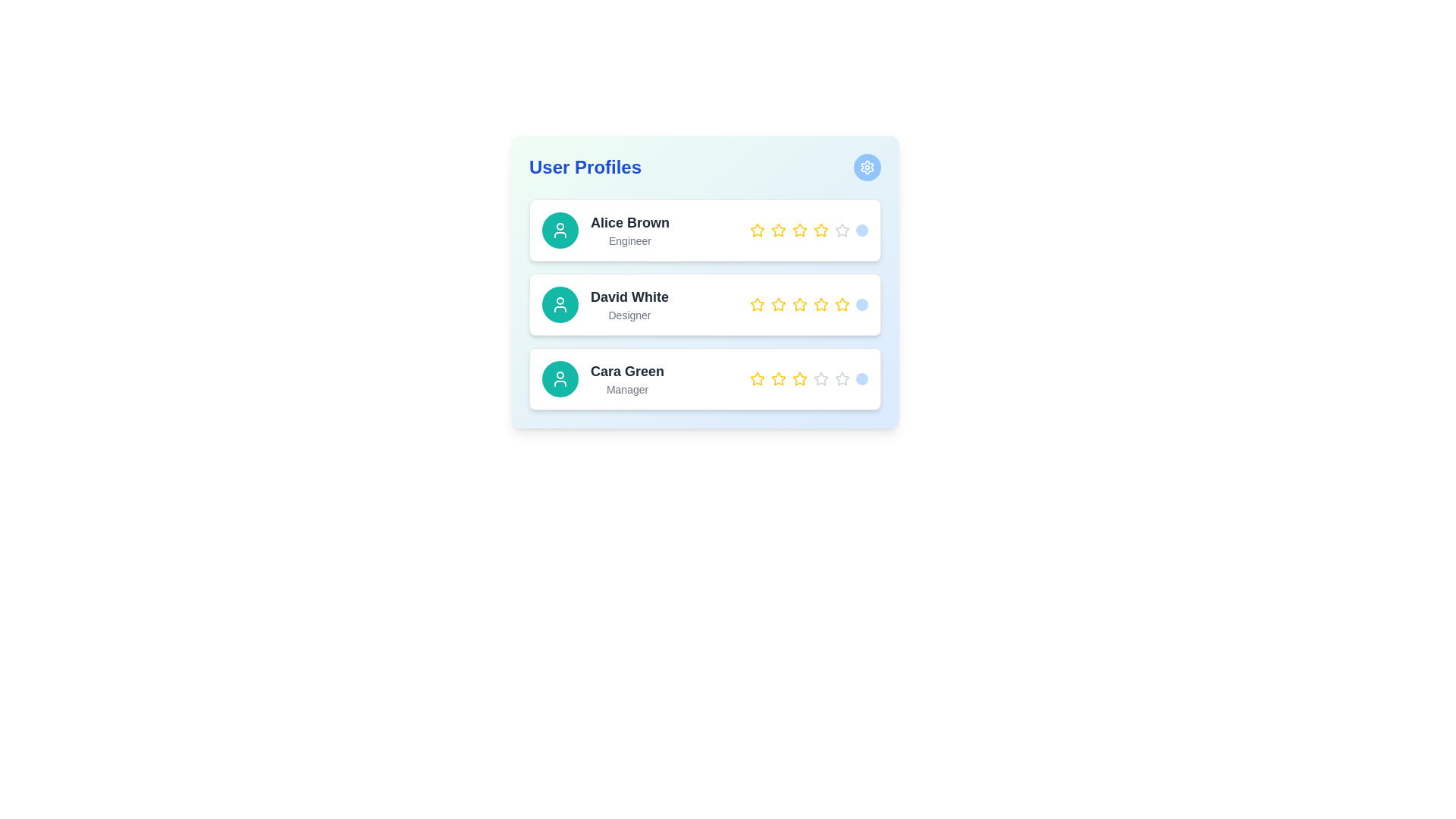 The image size is (1456, 819). Describe the element at coordinates (629, 231) in the screenshot. I see `the Text Display showing 'Alice Brown' and 'Engineer', which is part of a user profile row and located to the right of a teal circular icon` at that location.